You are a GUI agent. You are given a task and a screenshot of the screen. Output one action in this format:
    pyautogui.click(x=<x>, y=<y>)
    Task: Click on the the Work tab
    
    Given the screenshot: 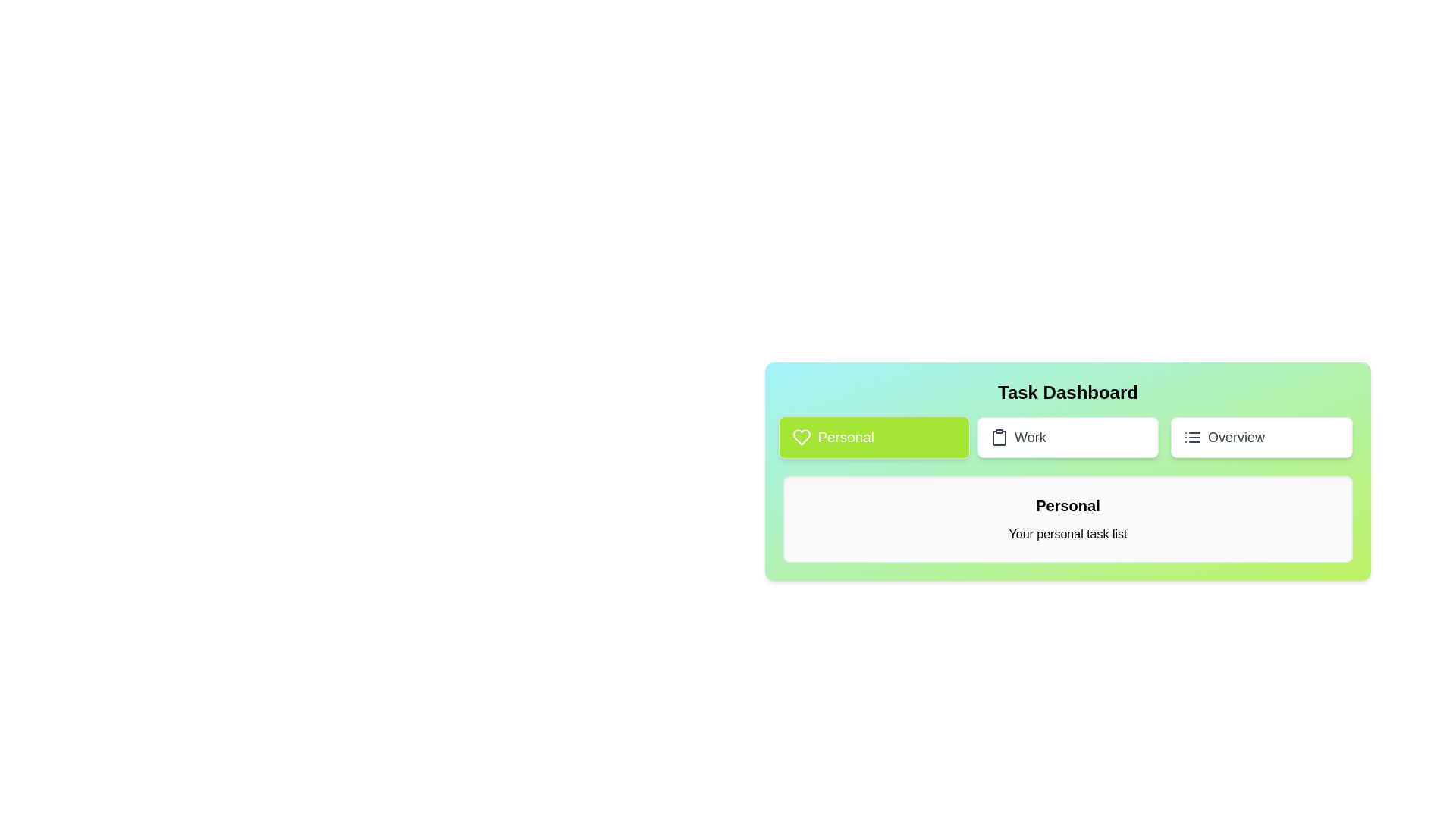 What is the action you would take?
    pyautogui.click(x=1067, y=438)
    